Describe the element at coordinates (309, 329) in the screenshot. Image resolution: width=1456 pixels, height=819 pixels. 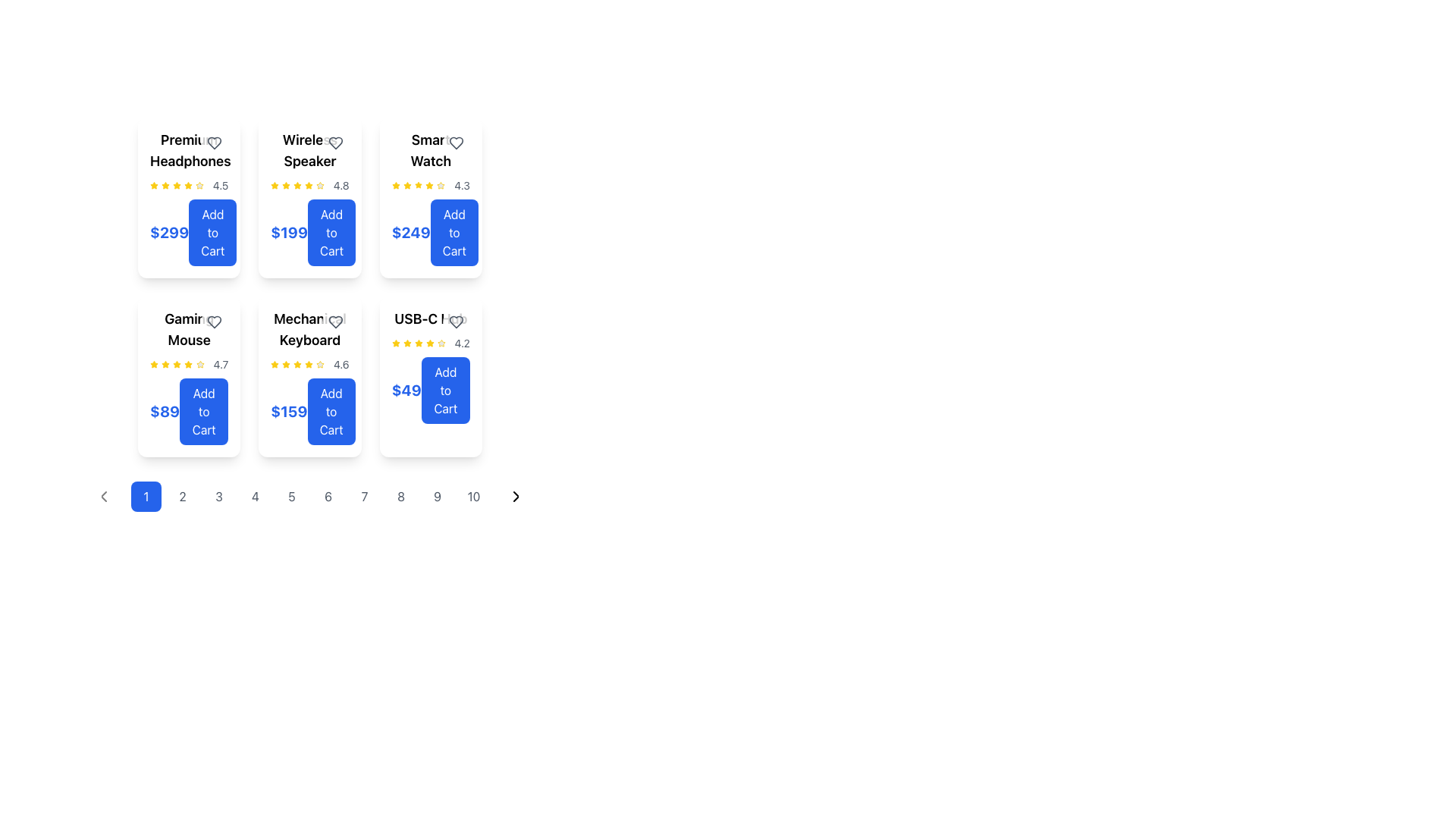
I see `title 'Mechanical Keyboard' displayed in bold font at the upper center of the product card, which is the first visible element above the rating and price information` at that location.